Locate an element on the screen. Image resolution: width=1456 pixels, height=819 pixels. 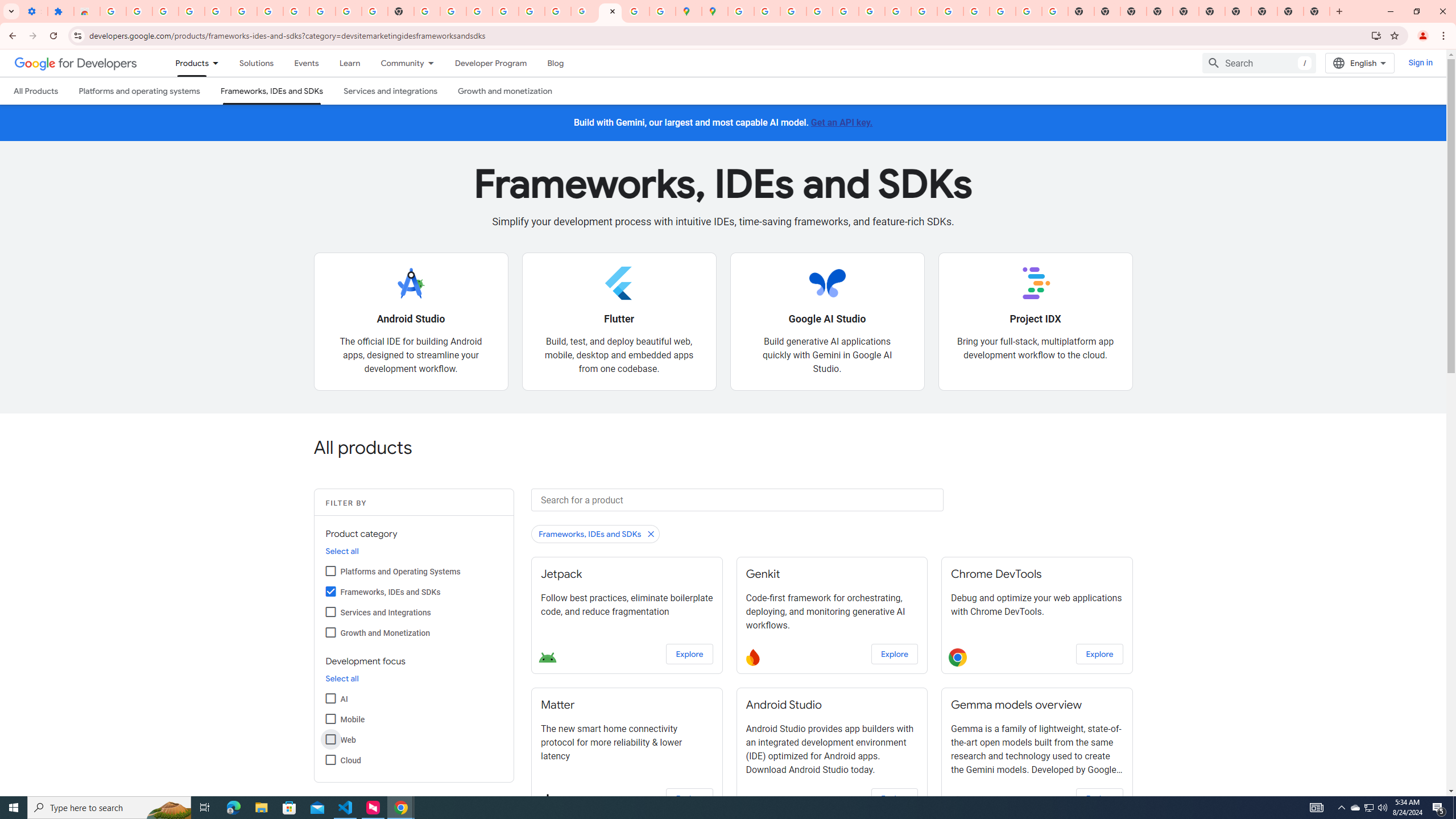
'Learn how to find your photos - Google Photos Help' is located at coordinates (217, 11).